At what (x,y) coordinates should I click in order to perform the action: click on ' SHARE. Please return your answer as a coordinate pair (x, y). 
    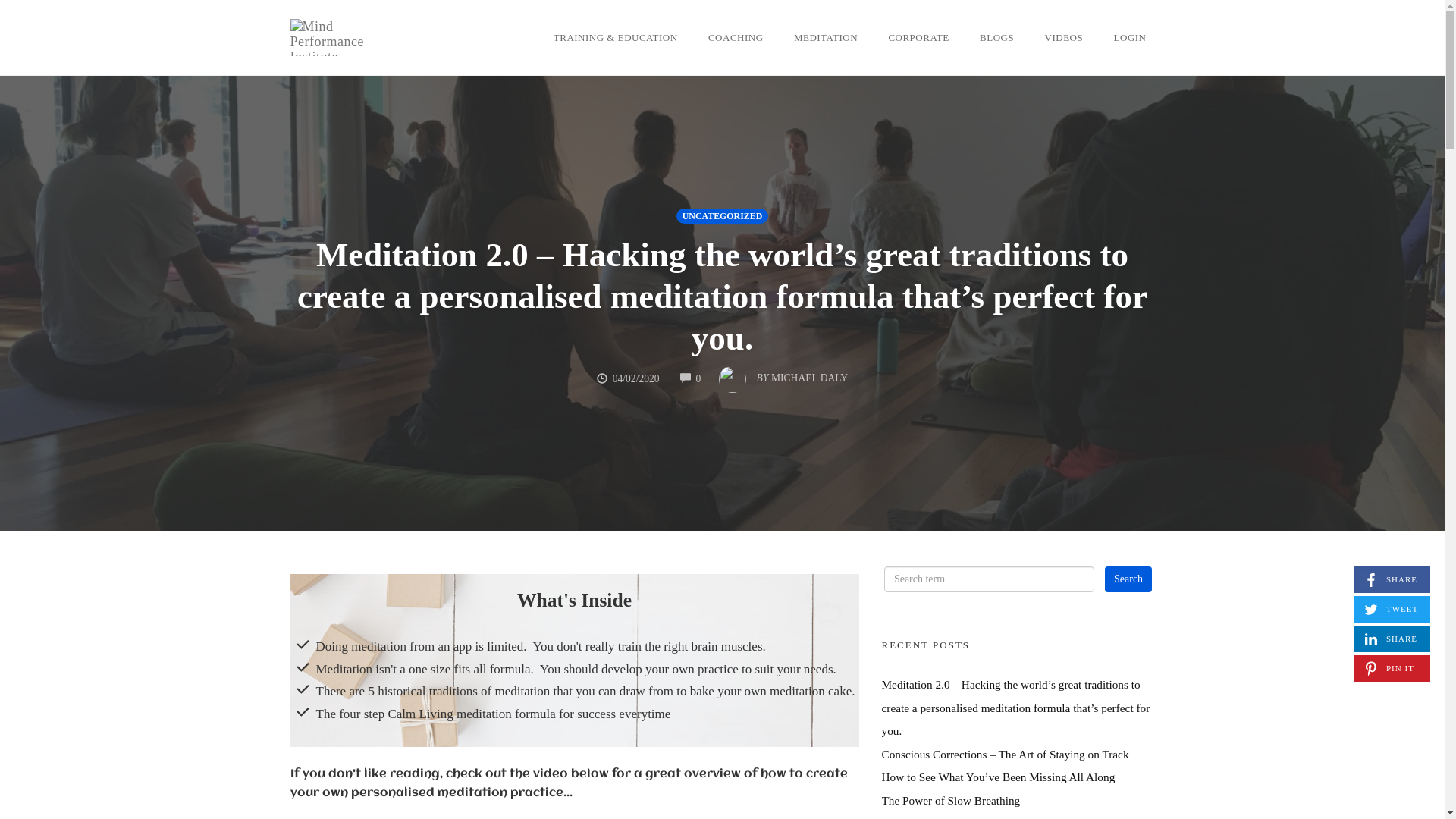
    Looking at the image, I should click on (1354, 639).